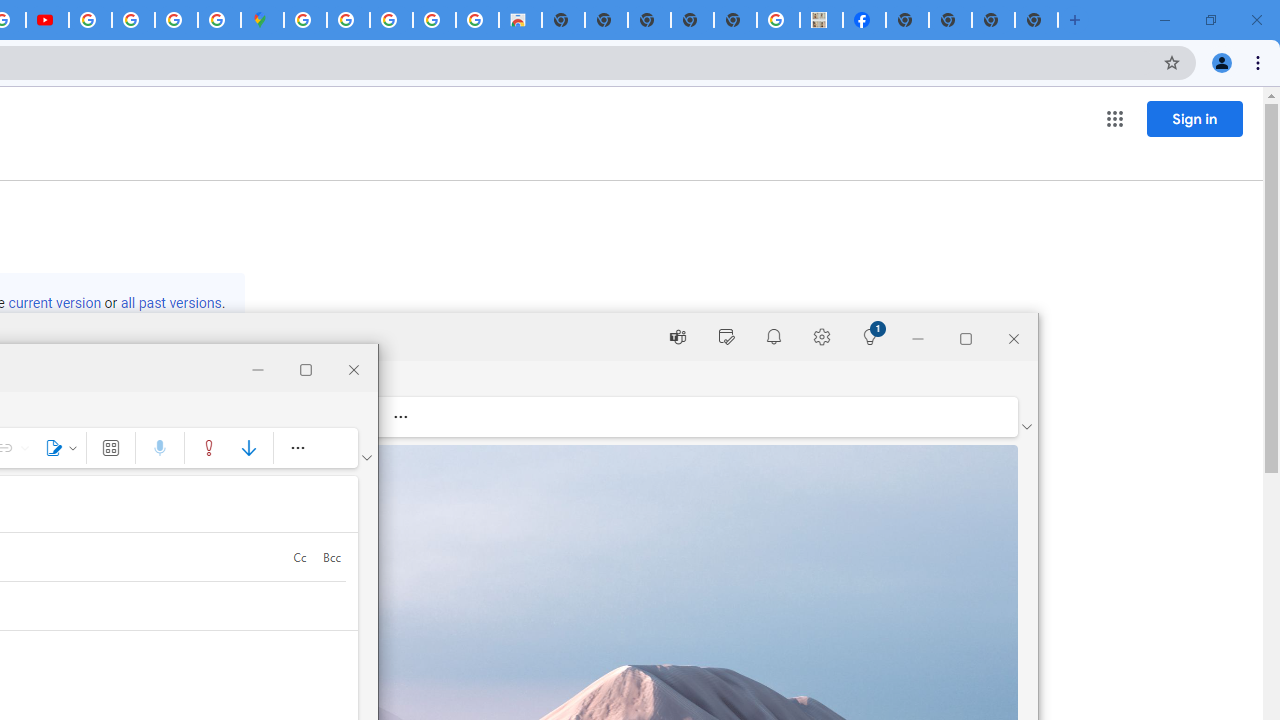  What do you see at coordinates (772, 335) in the screenshot?
I see `'Notifications'` at bounding box center [772, 335].